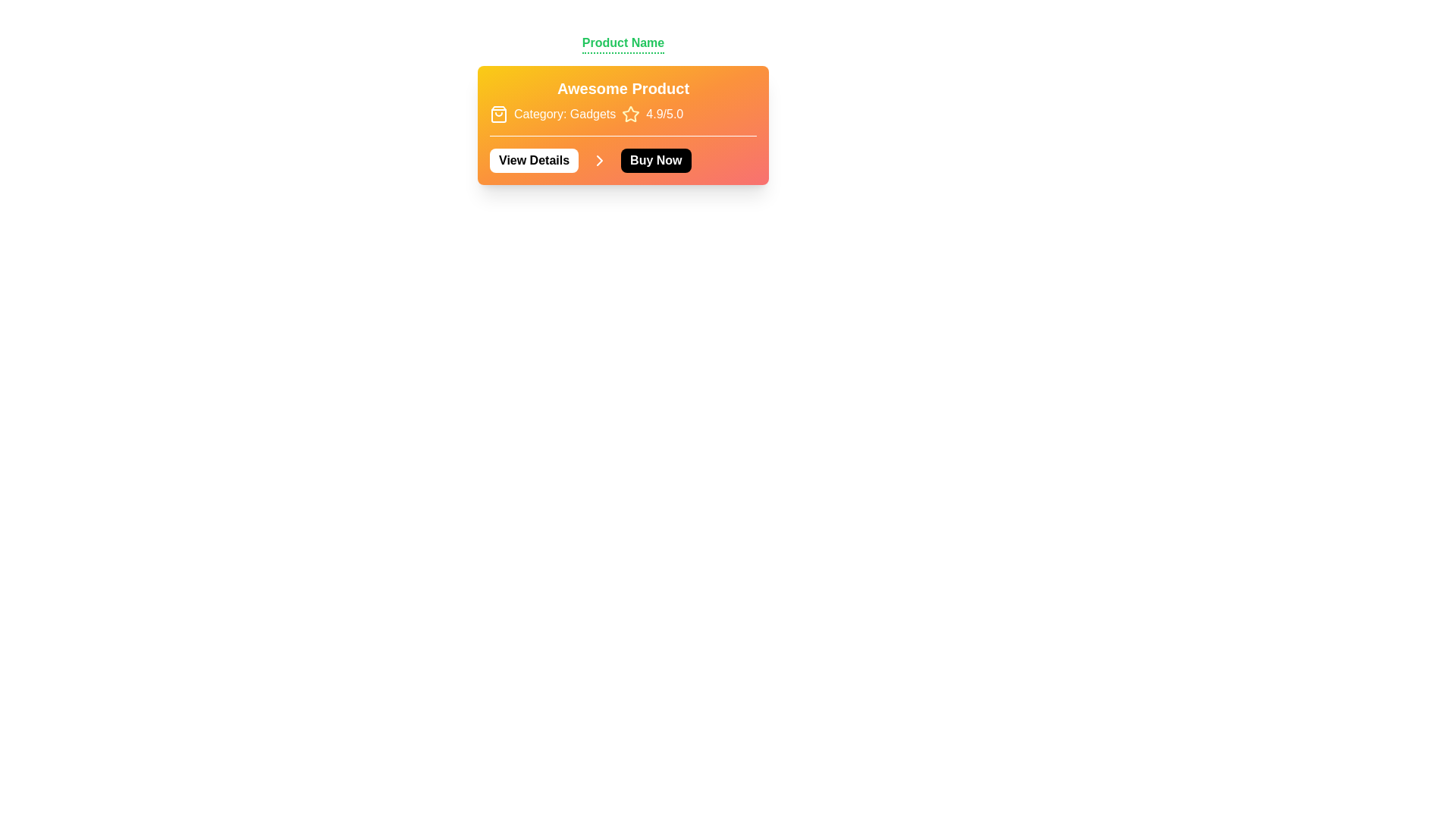  What do you see at coordinates (631, 113) in the screenshot?
I see `the star icon representing the rating indicator located between the texts 'Category: Gadgets' and '4.9/5.0'` at bounding box center [631, 113].